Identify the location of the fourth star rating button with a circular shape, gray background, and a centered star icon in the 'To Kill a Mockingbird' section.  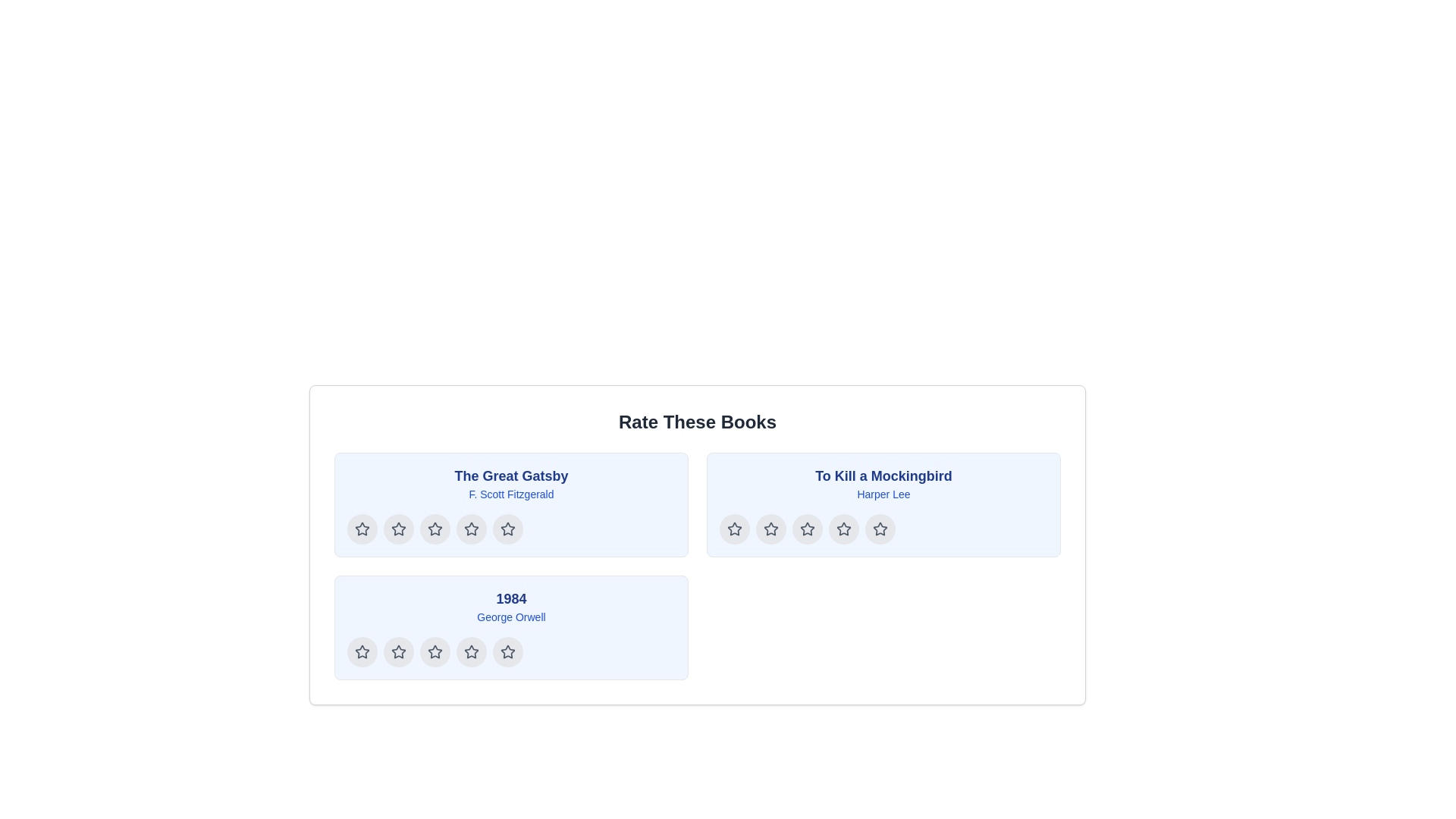
(843, 529).